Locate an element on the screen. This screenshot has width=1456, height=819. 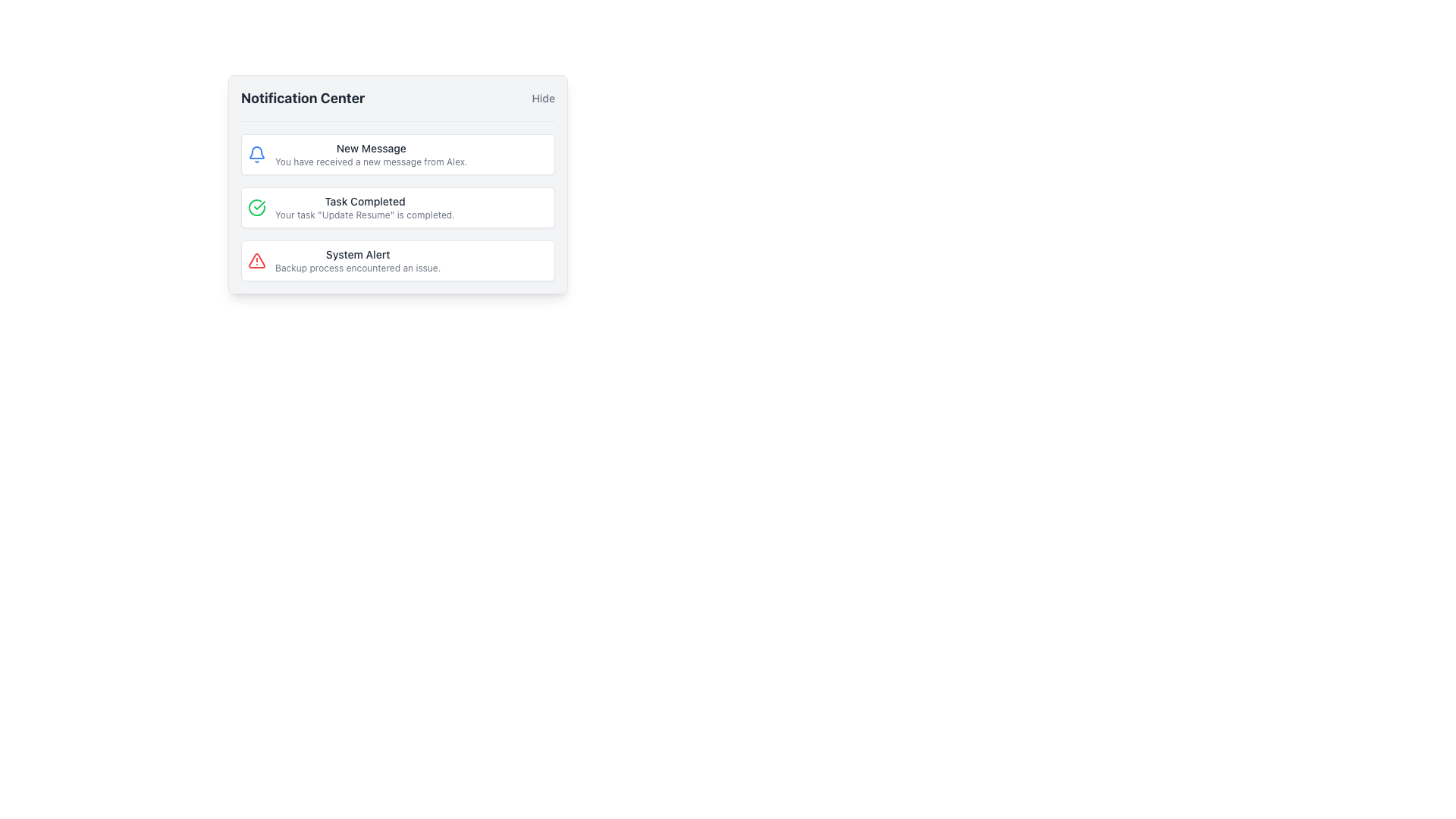
text content of the 'System Alert' label located in the third notification card of the Notification Center interface is located at coordinates (357, 253).